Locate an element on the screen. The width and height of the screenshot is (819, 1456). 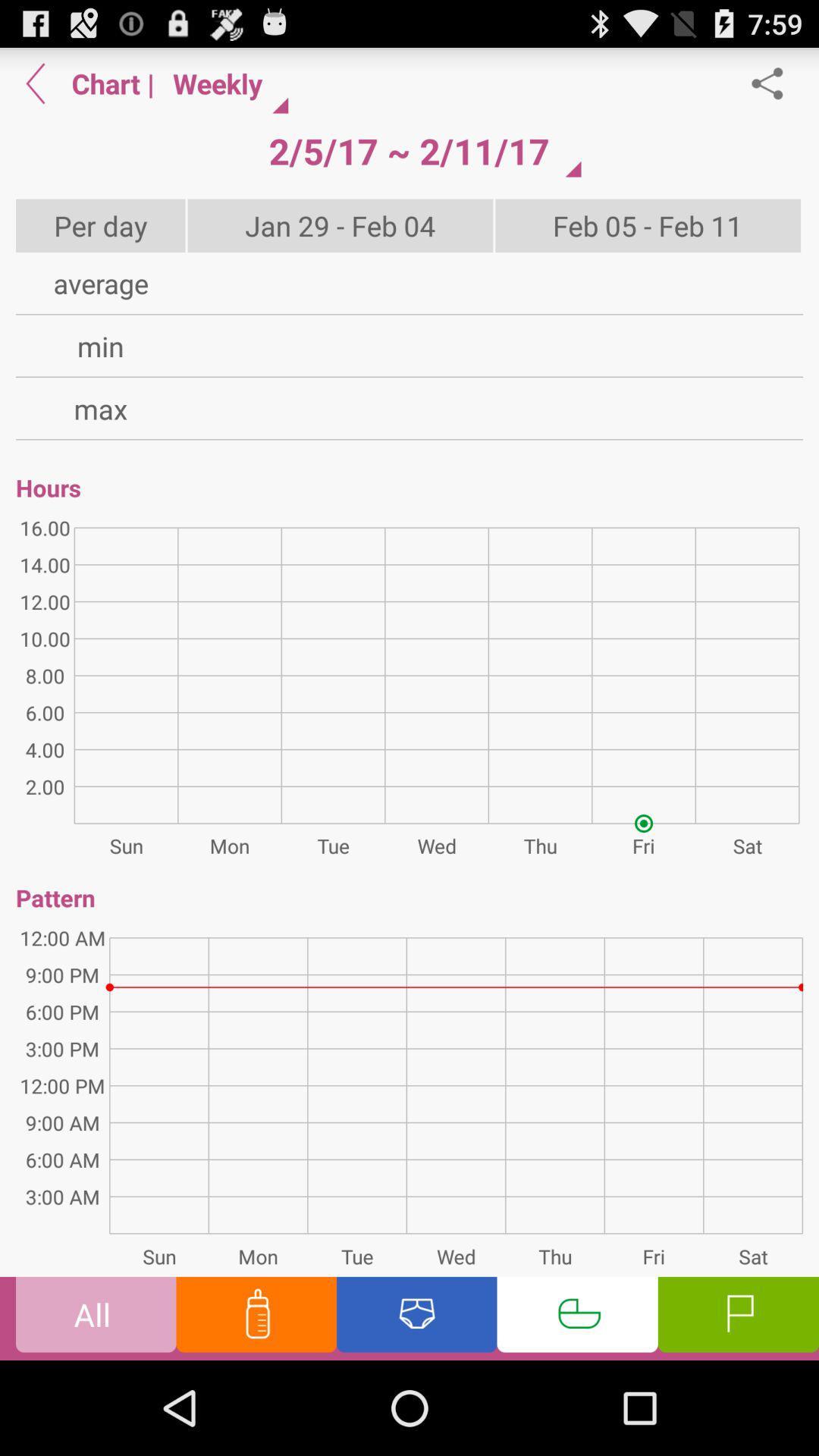
the app to the right of  | is located at coordinates (224, 83).